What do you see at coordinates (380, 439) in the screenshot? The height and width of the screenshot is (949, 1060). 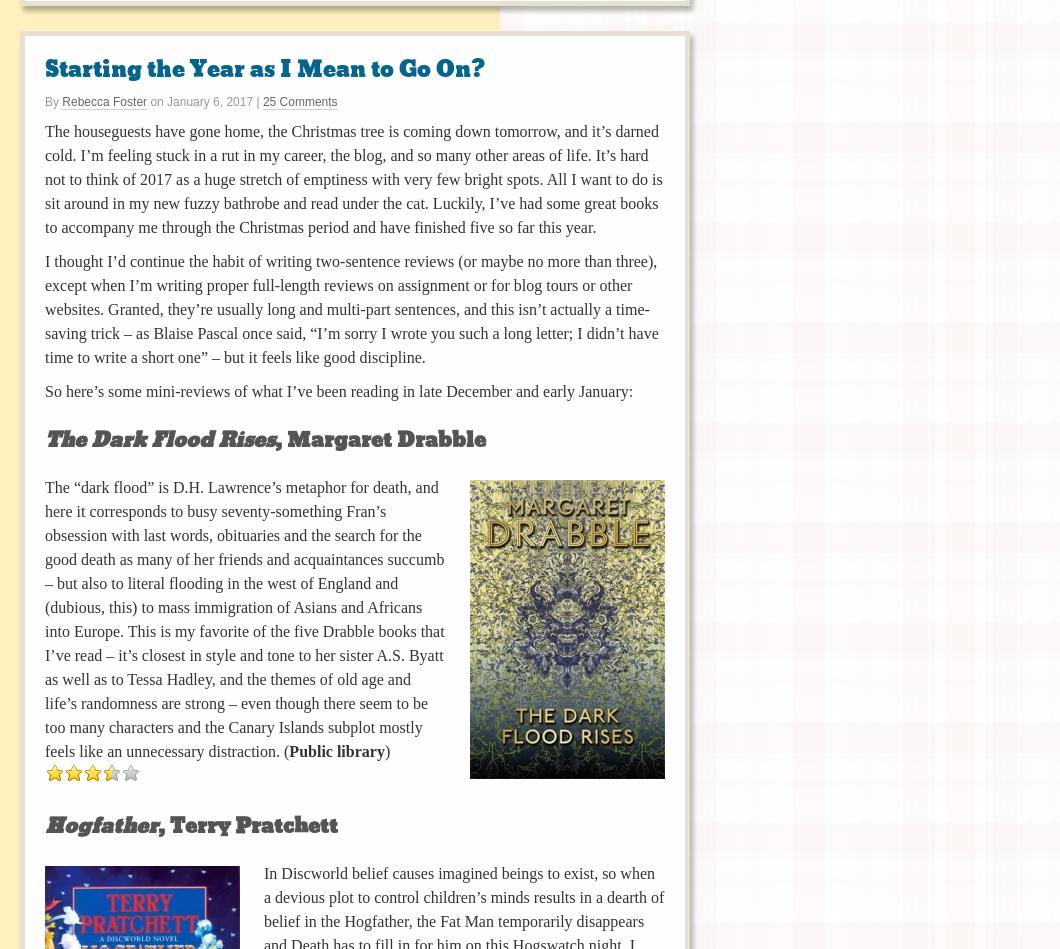 I see `', Margaret Drabble'` at bounding box center [380, 439].